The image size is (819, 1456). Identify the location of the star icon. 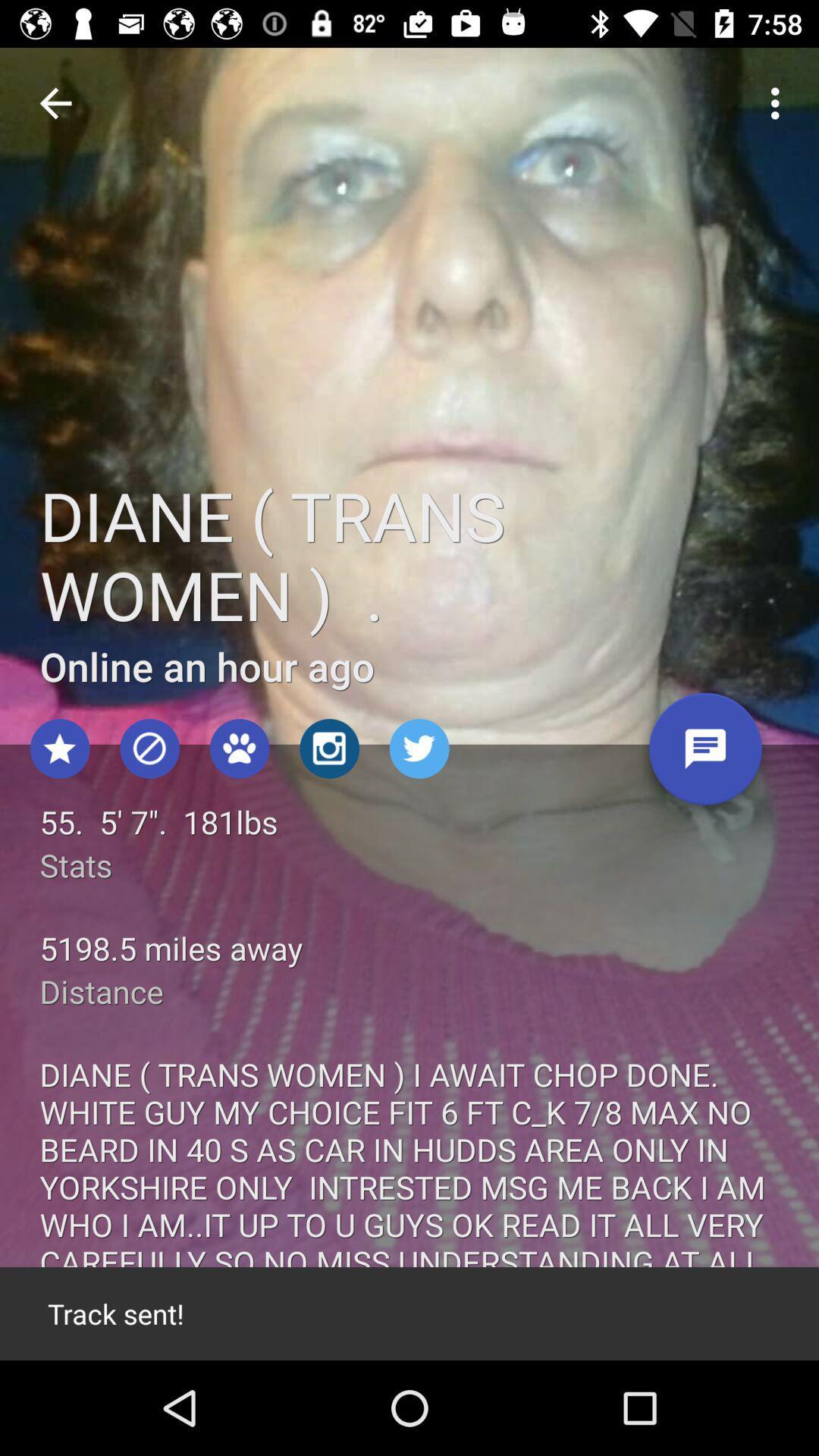
(59, 748).